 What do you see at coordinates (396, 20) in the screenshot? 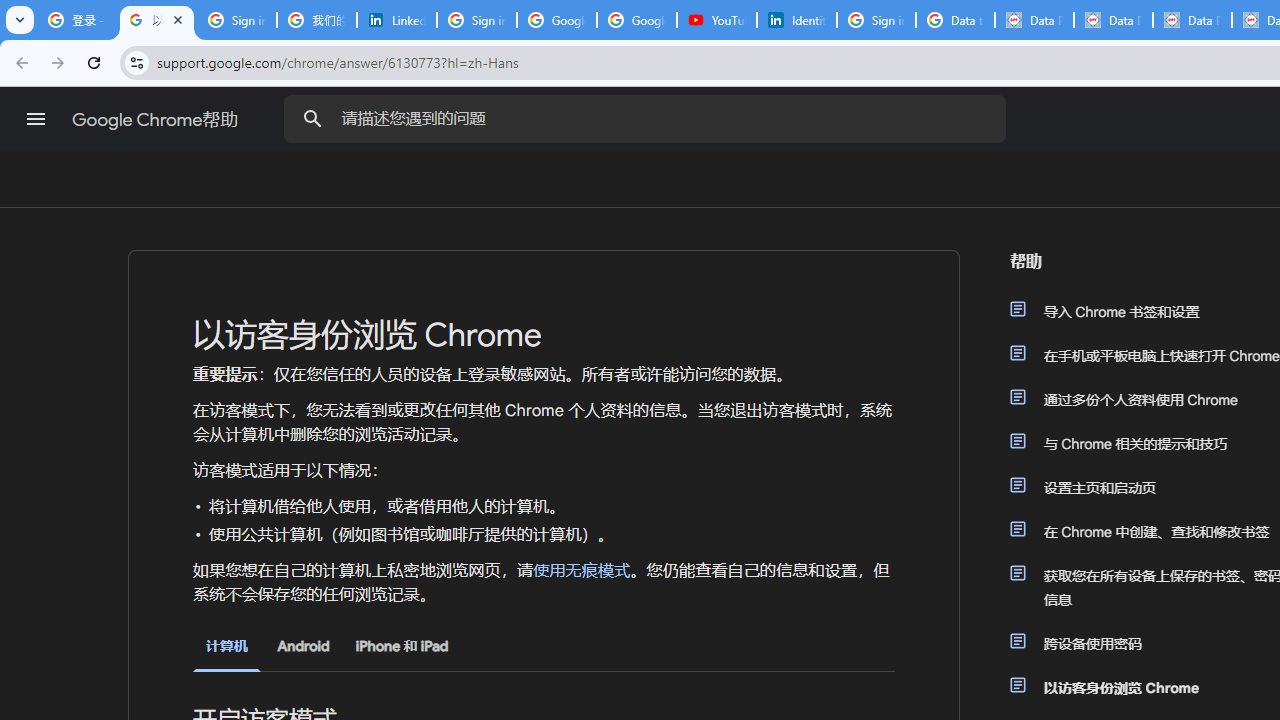
I see `'LinkedIn Privacy Policy'` at bounding box center [396, 20].